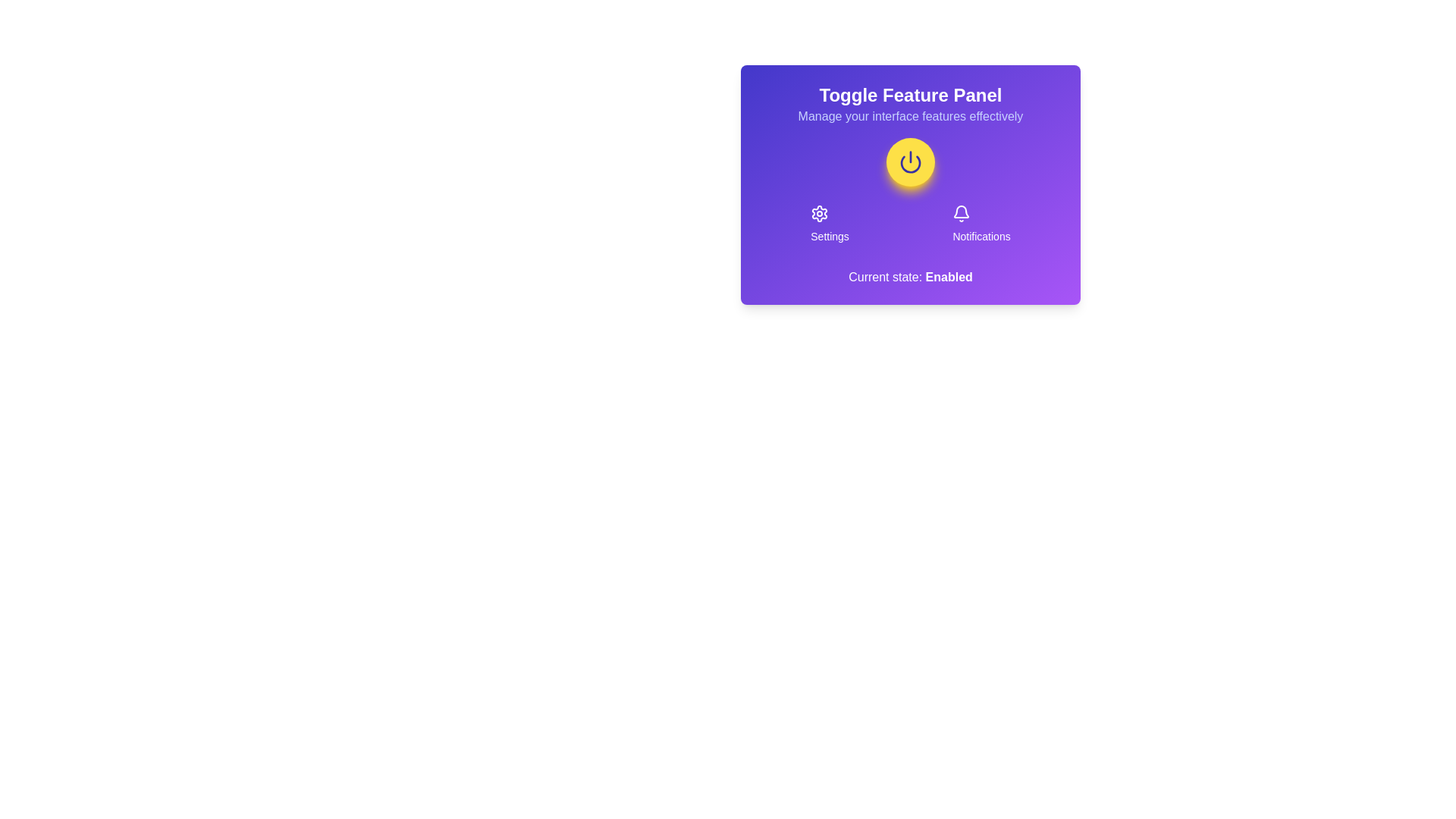 This screenshot has height=819, width=1456. I want to click on the gear icon with a white outline located above the 'Settings' label, so click(819, 213).